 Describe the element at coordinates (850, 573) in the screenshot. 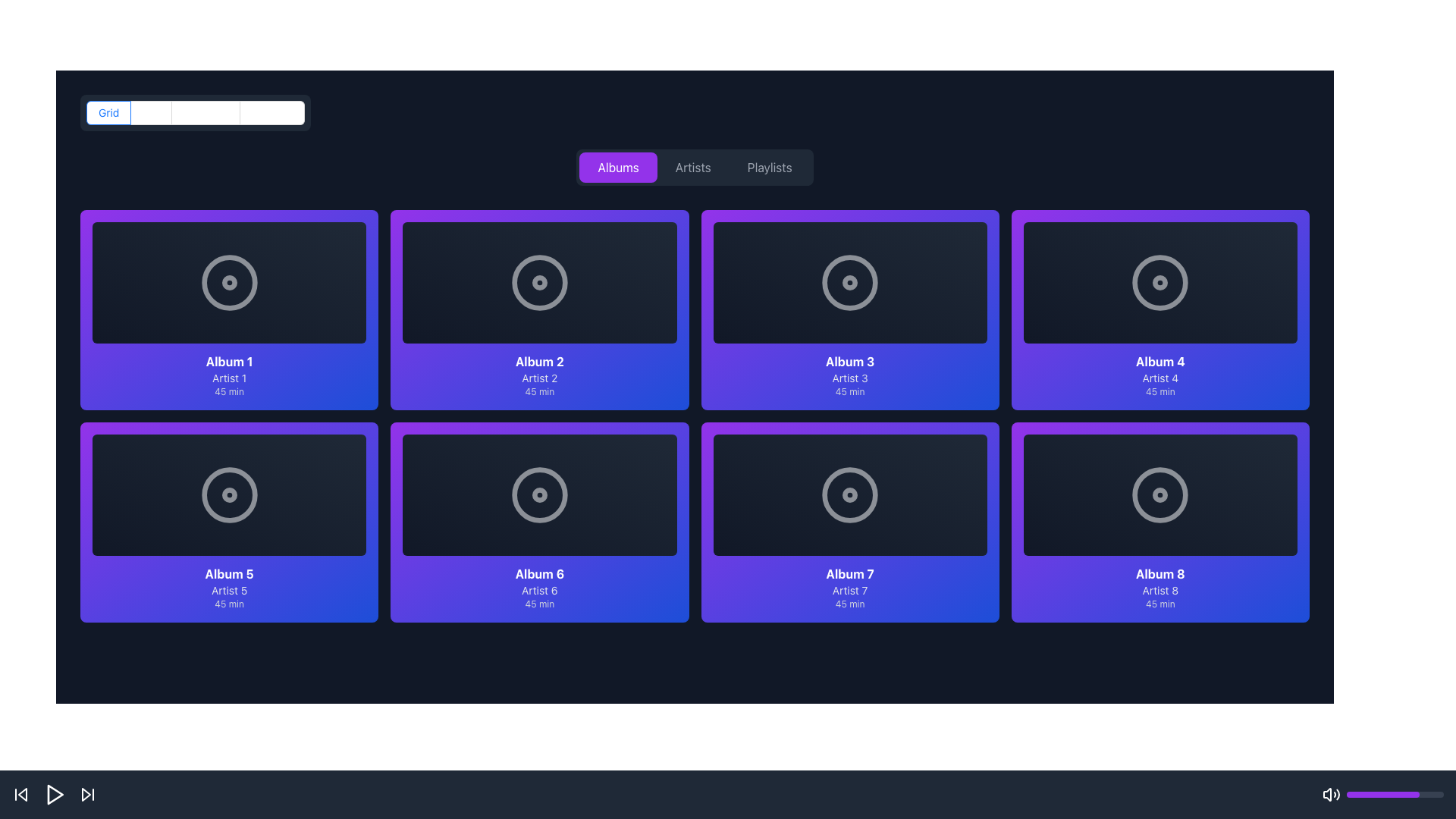

I see `text from the label identifying the album as 'Album 7', located in the lower region of the seventh album component in the grid layout, above 'Artist 7'` at that location.